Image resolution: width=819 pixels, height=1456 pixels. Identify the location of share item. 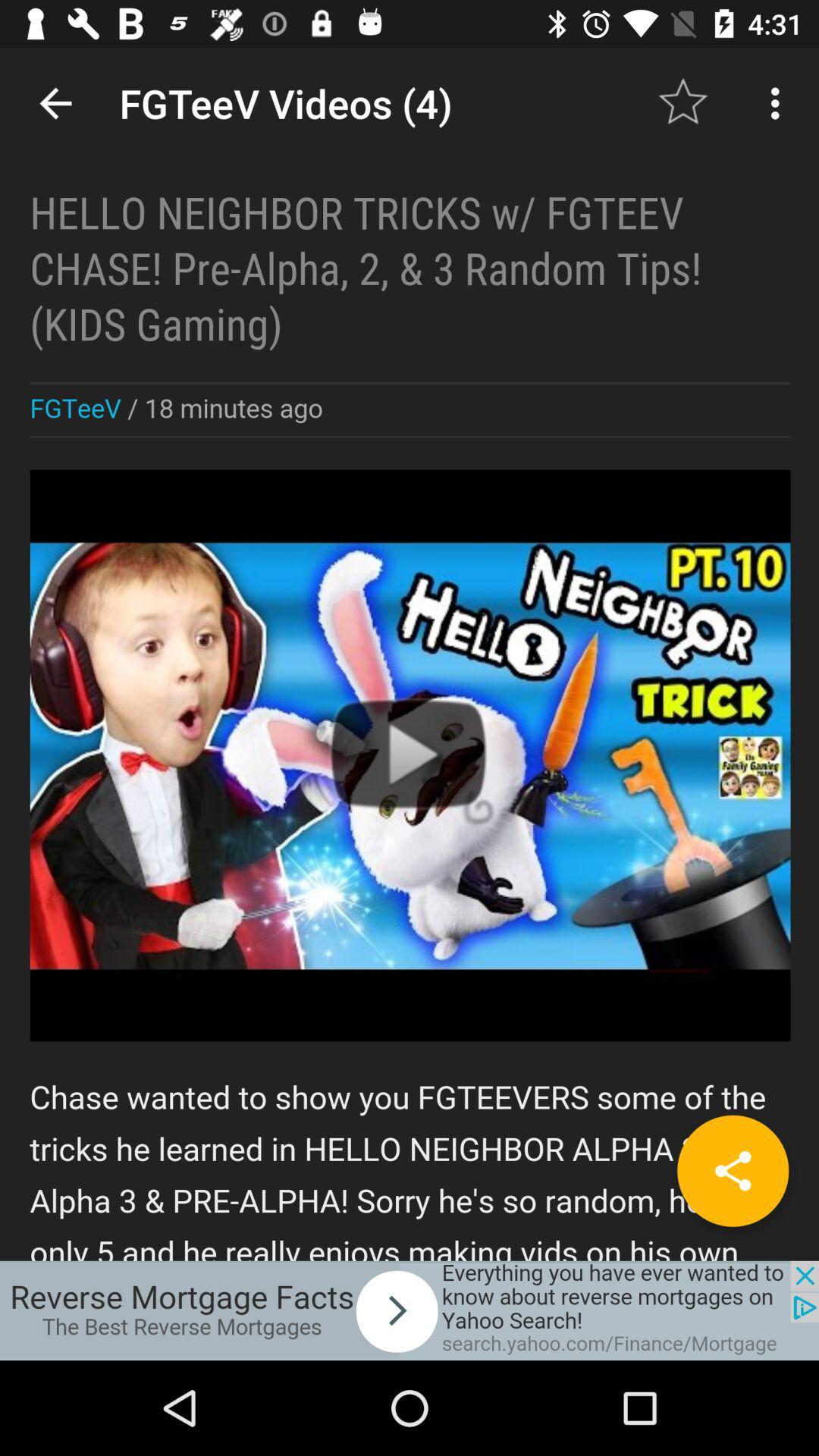
(732, 1170).